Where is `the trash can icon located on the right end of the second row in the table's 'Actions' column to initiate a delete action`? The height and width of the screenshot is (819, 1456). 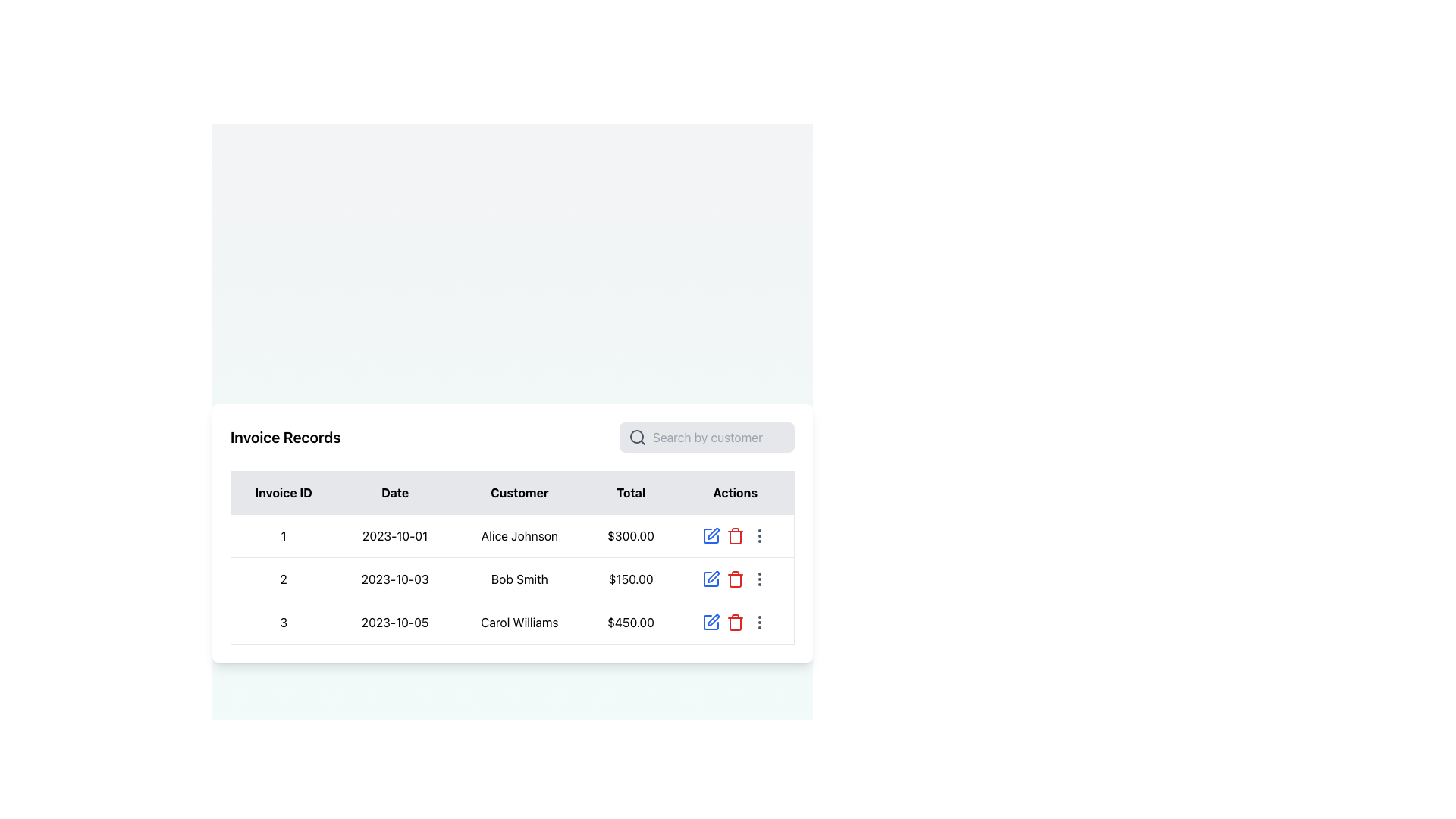
the trash can icon located on the right end of the second row in the table's 'Actions' column to initiate a delete action is located at coordinates (735, 579).